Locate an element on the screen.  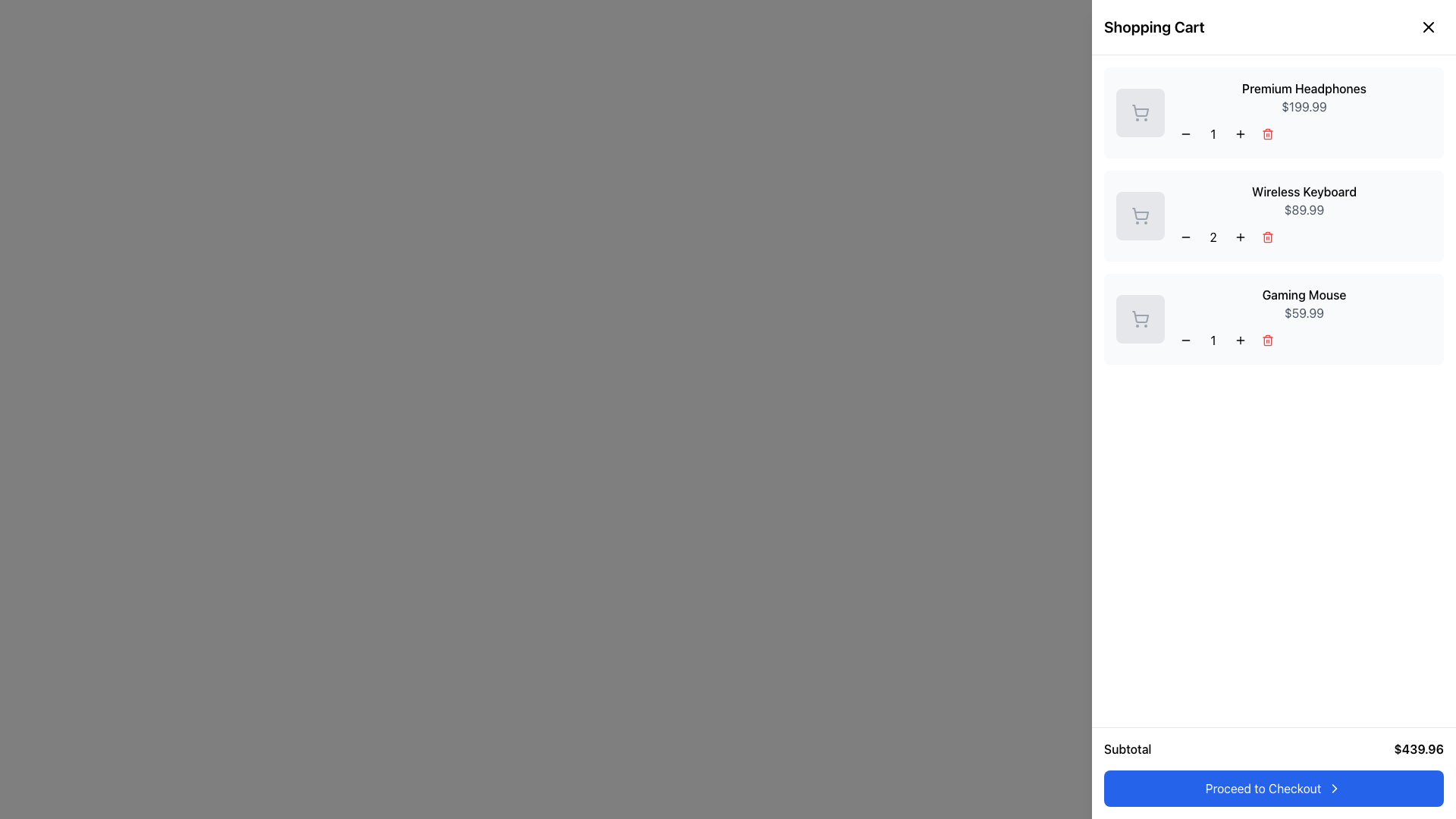
the displayed quantity '2' in the quantity adjustment interface for the item 'Wireless Keyboard' priced at $89.99 is located at coordinates (1303, 237).